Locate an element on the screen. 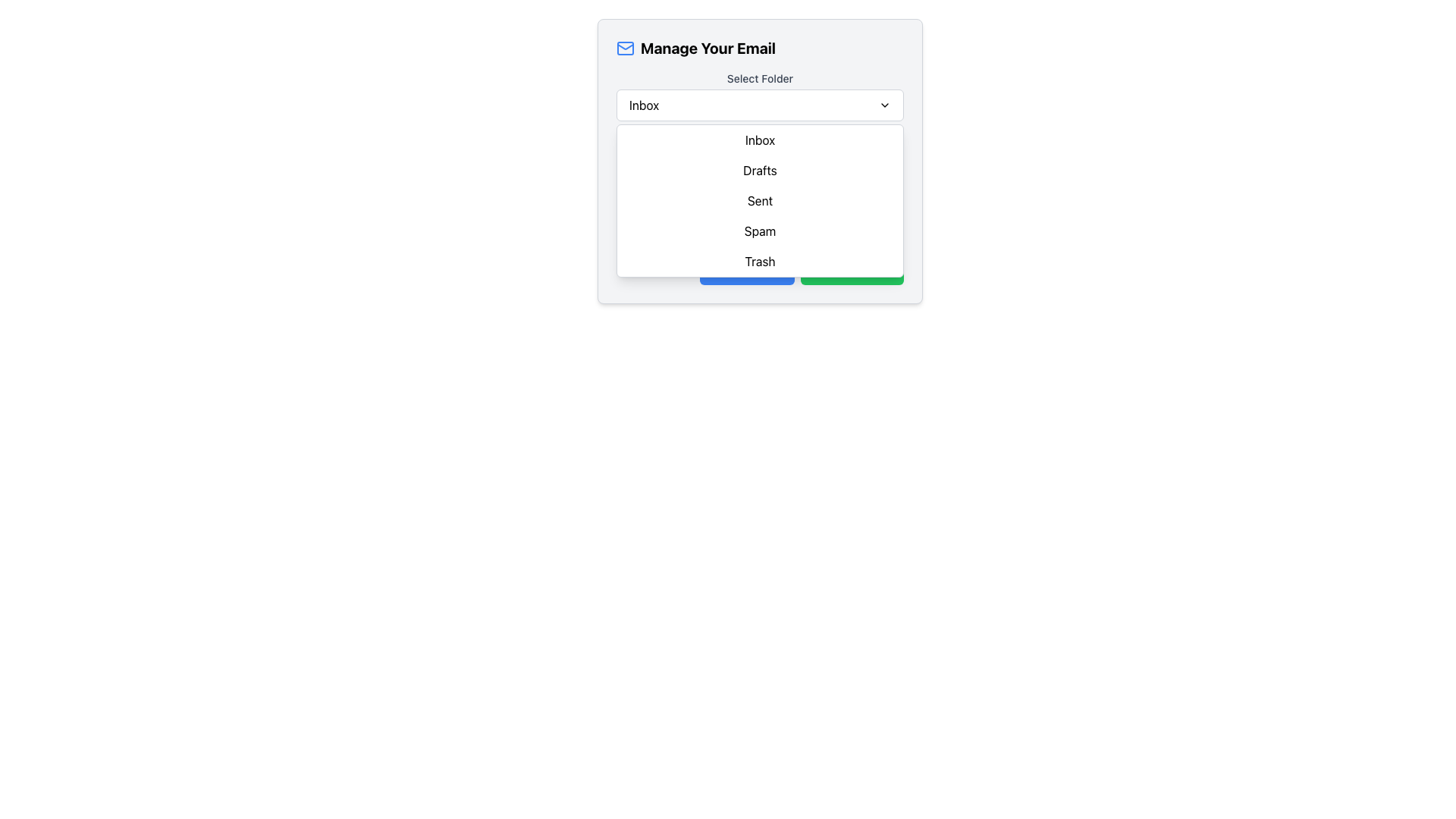  the 'Sent' folder item in the dropdown menu to trigger the hover effect is located at coordinates (760, 200).